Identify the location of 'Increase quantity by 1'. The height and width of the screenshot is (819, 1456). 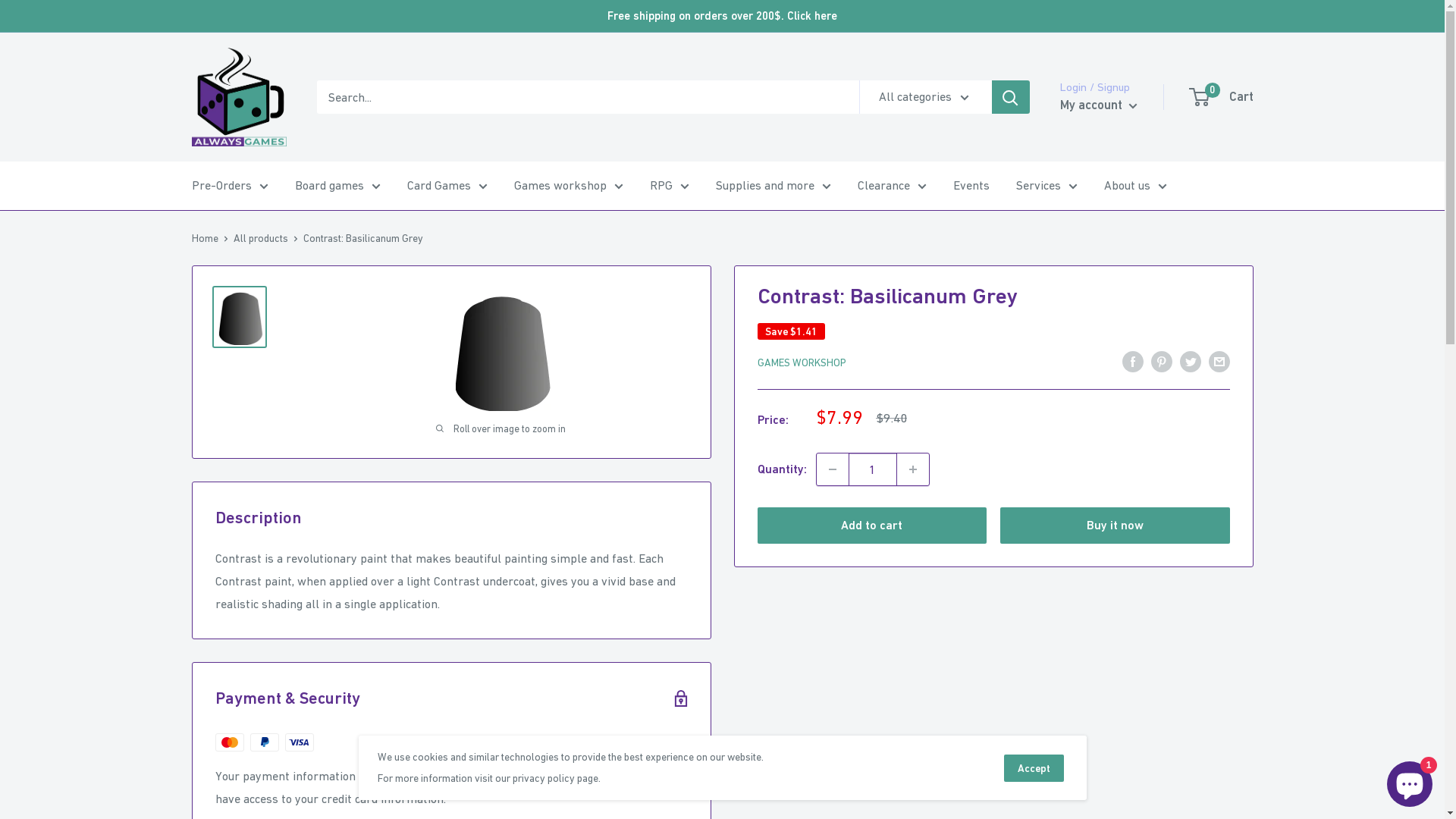
(912, 468).